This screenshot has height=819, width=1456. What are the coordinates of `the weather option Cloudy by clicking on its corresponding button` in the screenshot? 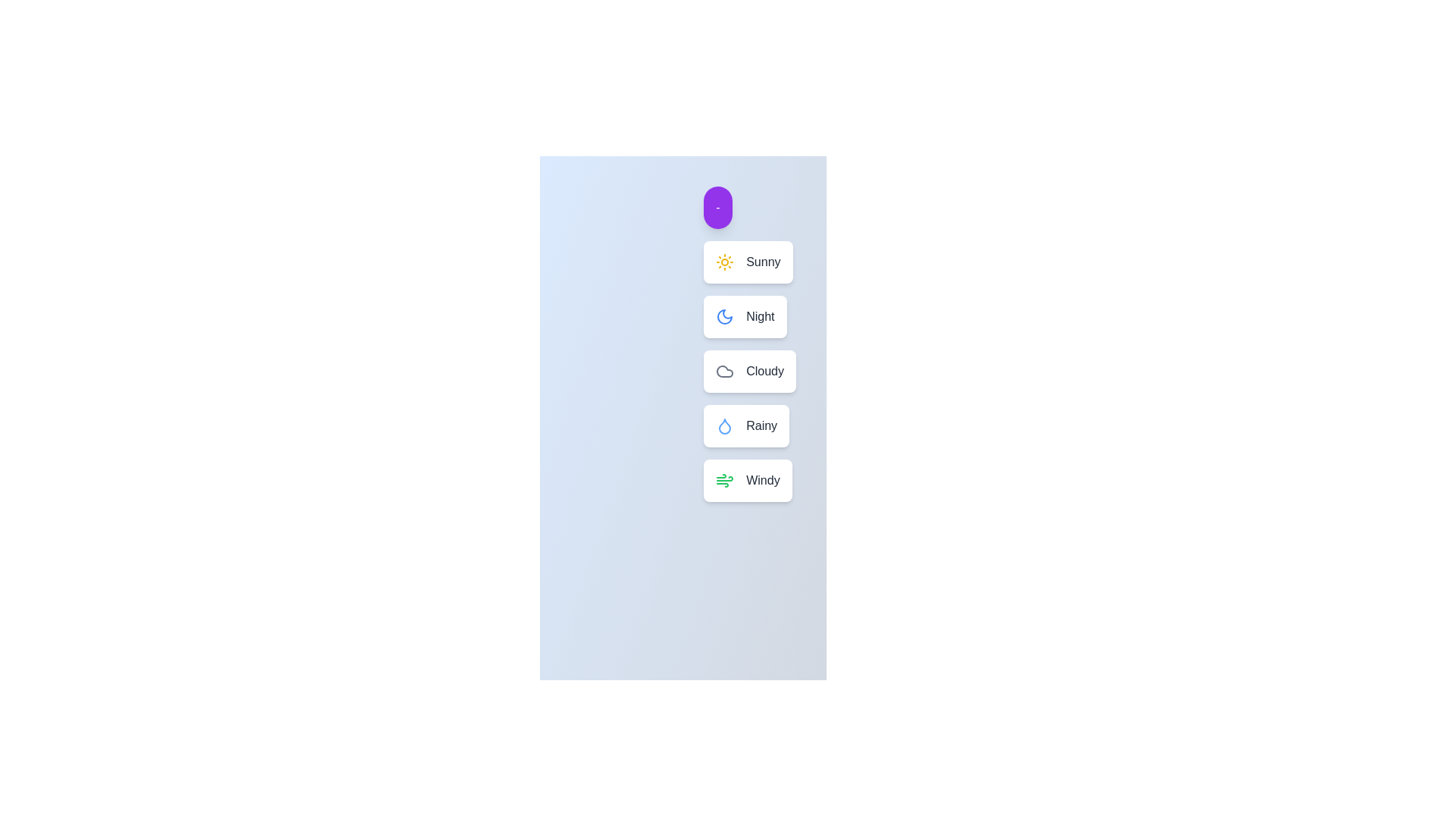 It's located at (750, 371).